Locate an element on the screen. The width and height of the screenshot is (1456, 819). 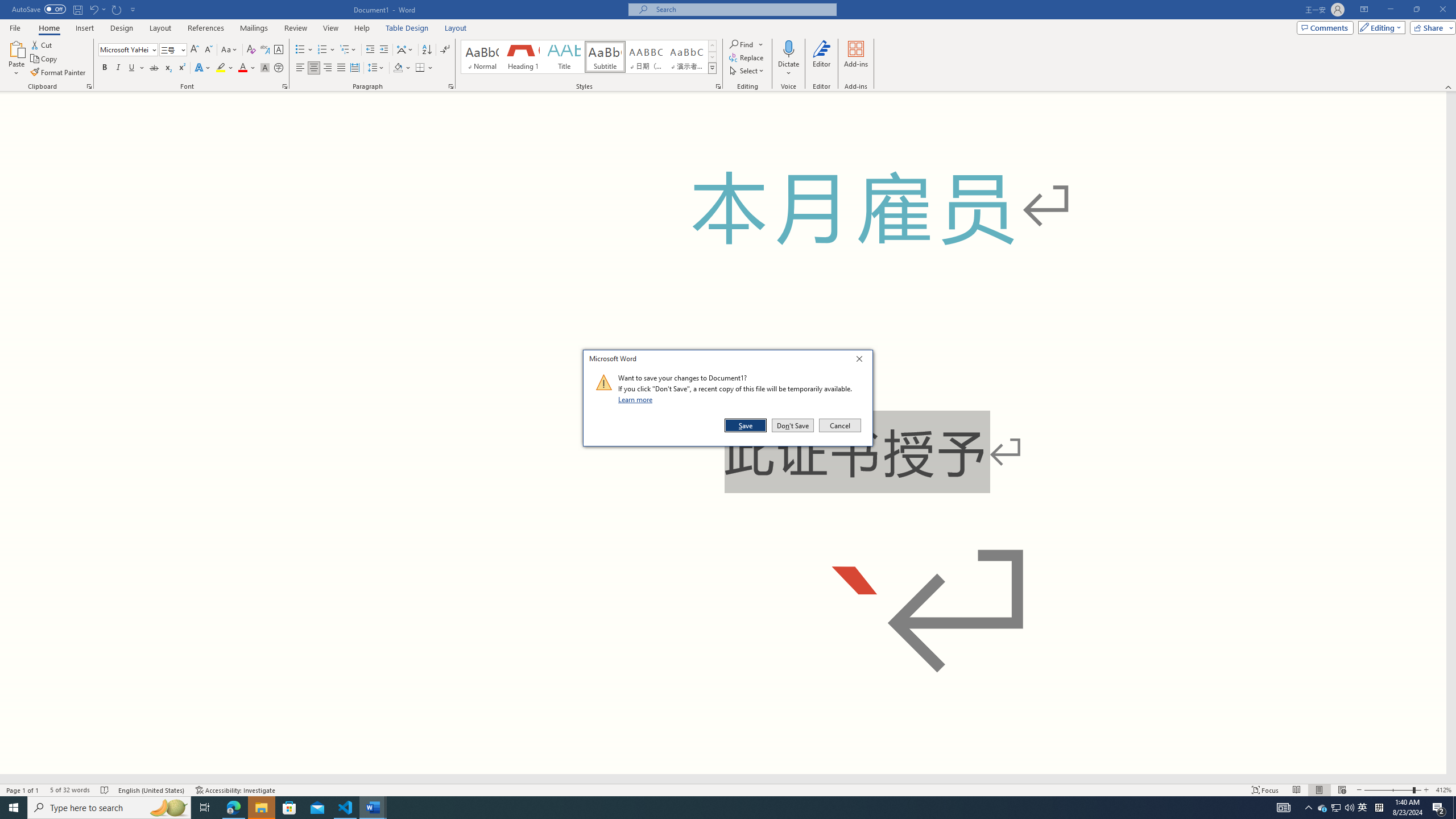
'Text Highlight Color Yellow' is located at coordinates (220, 67).